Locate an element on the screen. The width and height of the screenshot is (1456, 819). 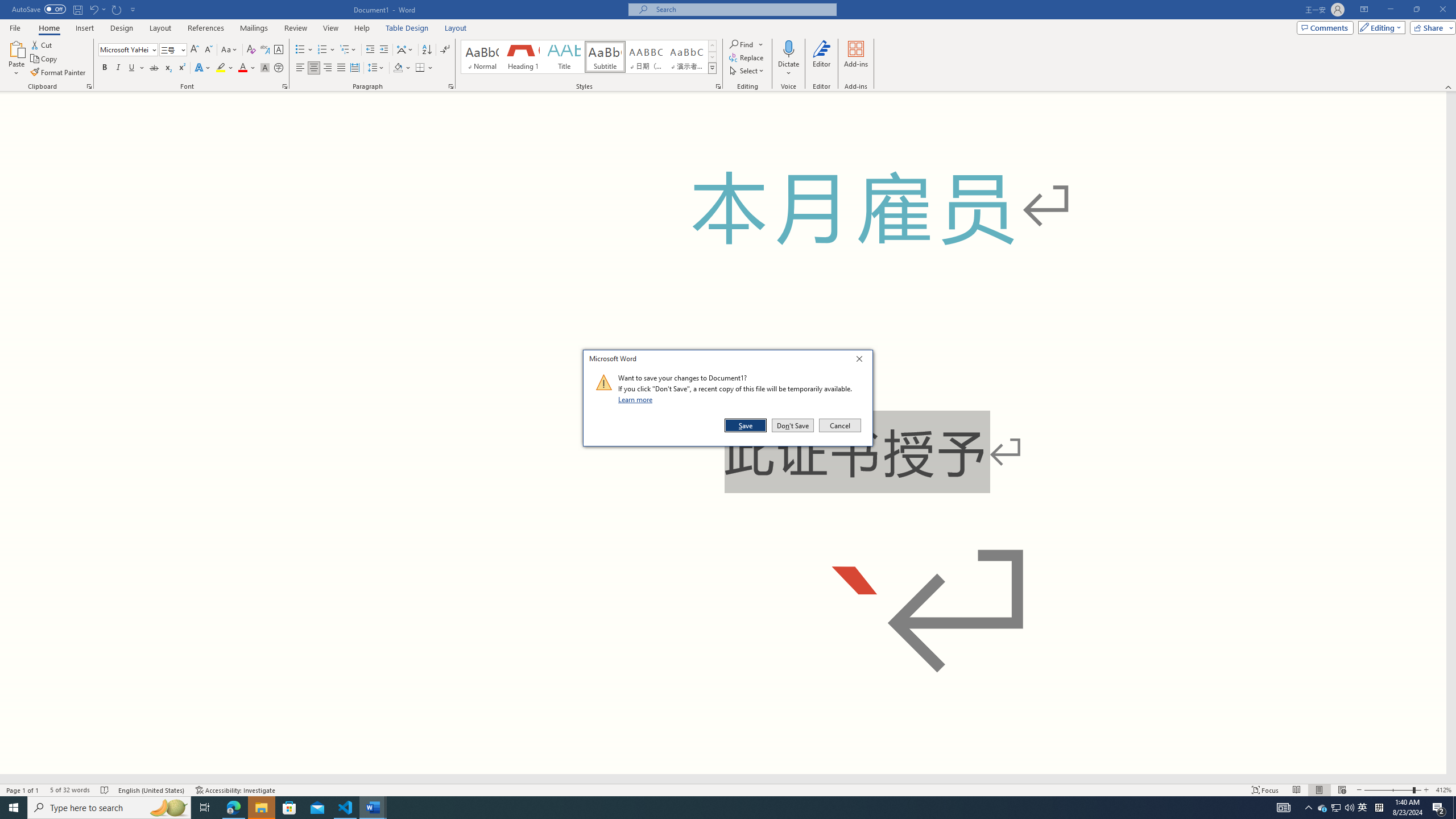
'Text Highlight Color Yellow' is located at coordinates (220, 67).